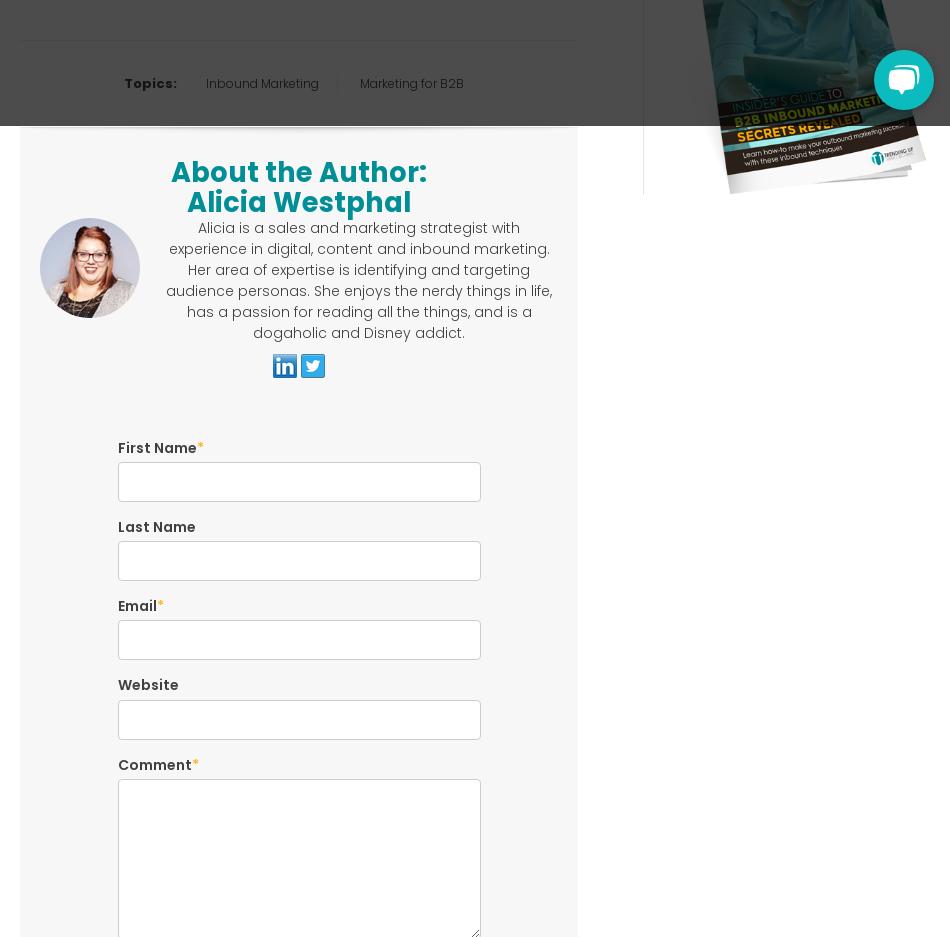 The width and height of the screenshot is (950, 937). I want to click on 'About the Author:', so click(297, 171).